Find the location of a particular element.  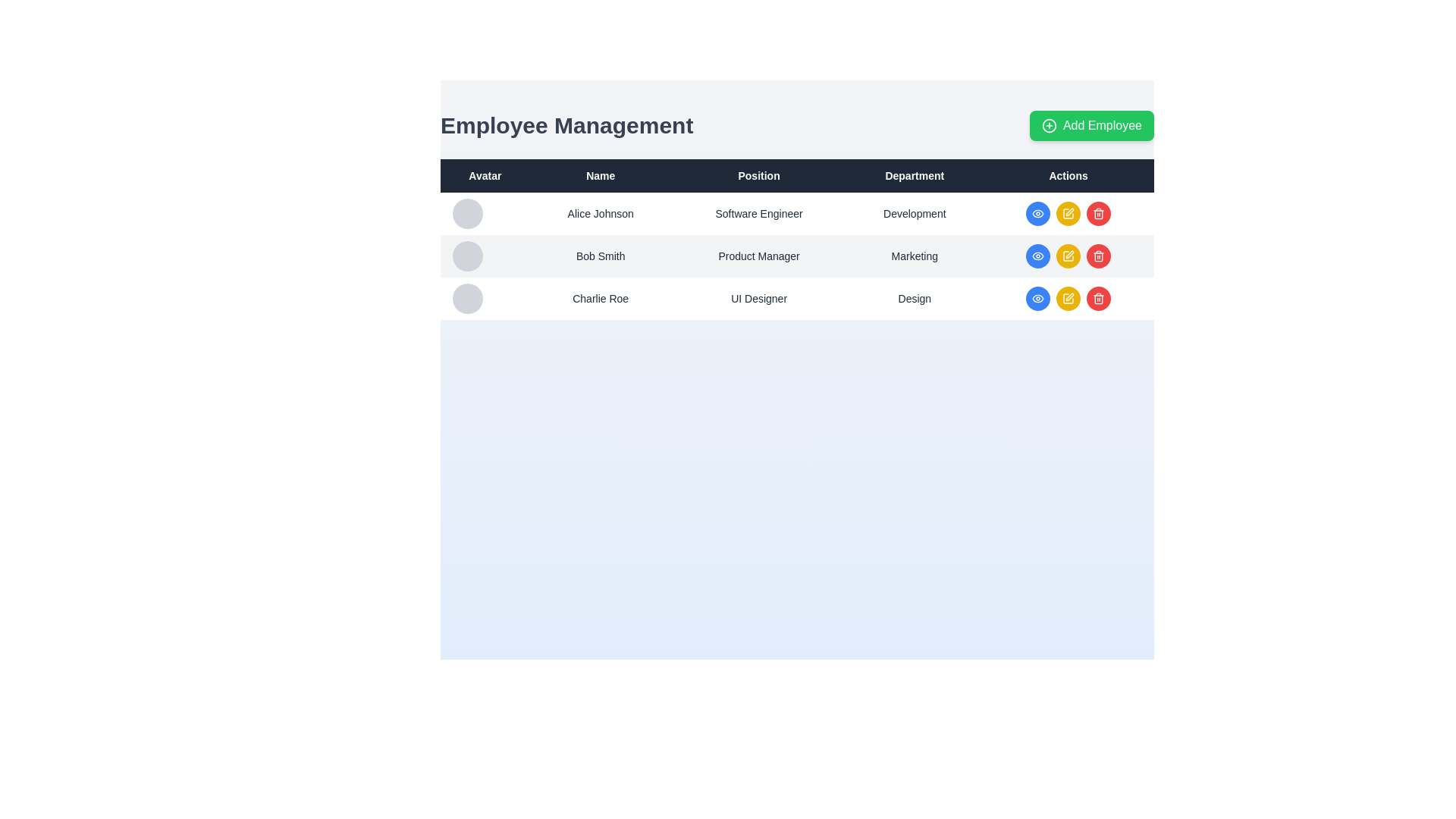

the circular button with a yellow background and white text located in the 'Actions' column for the row corresponding to 'Alice Johnson' to initiate the edit action is located at coordinates (1068, 213).